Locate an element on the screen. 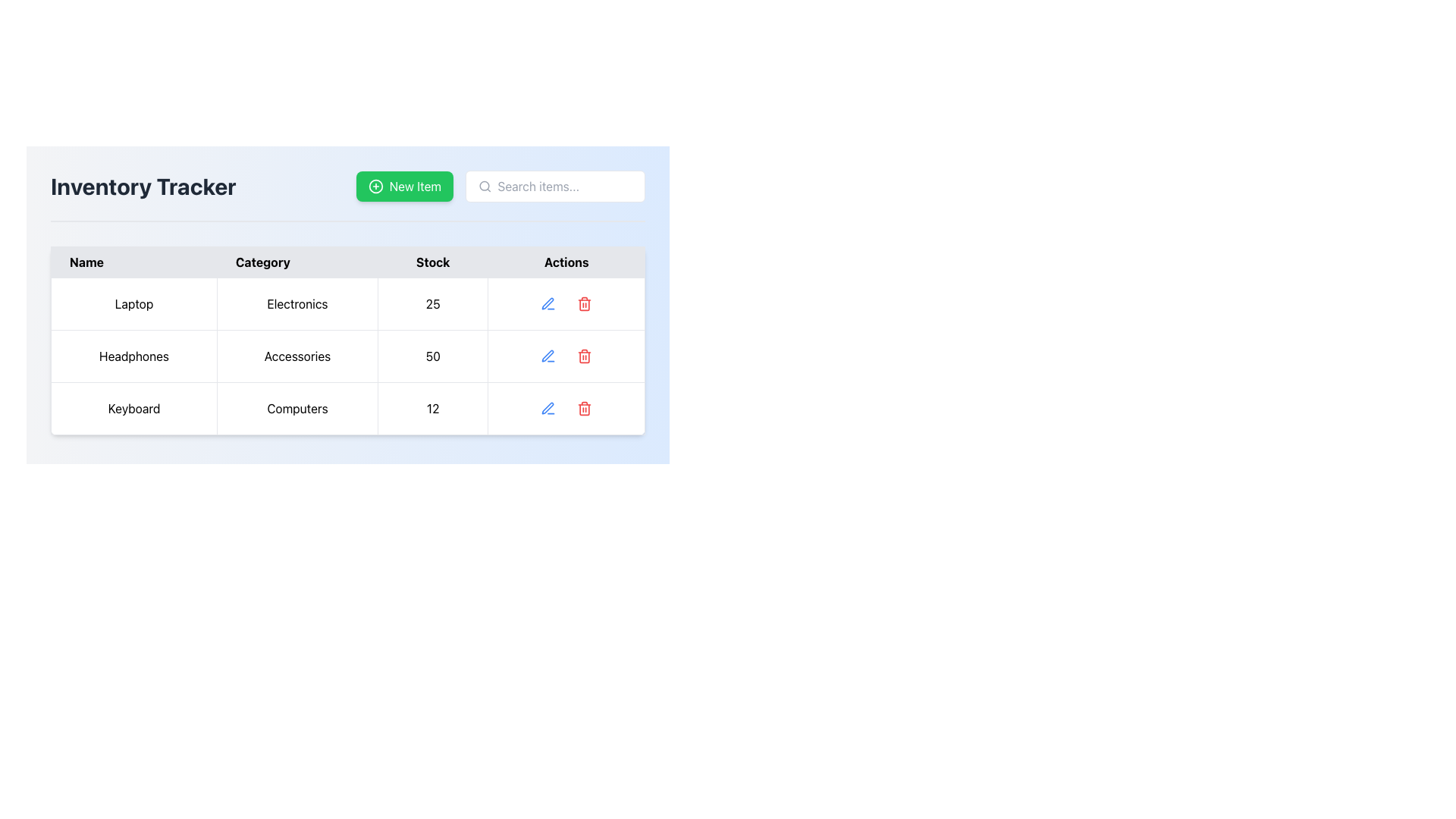 This screenshot has width=1456, height=819. the text input field with a white background and placeholder text 'Search items...' to focus on it is located at coordinates (500, 186).